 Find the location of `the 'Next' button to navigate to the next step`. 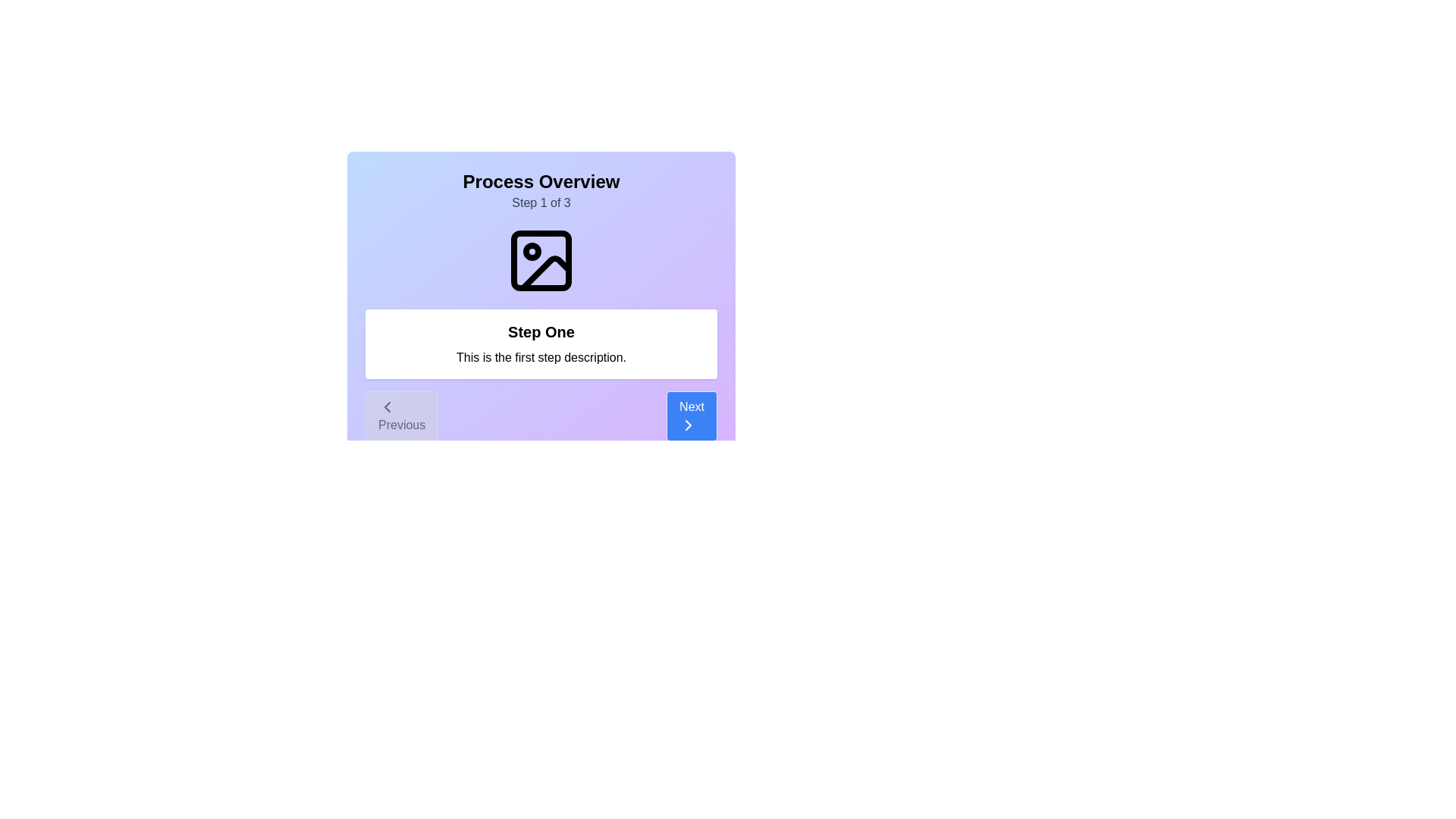

the 'Next' button to navigate to the next step is located at coordinates (691, 416).